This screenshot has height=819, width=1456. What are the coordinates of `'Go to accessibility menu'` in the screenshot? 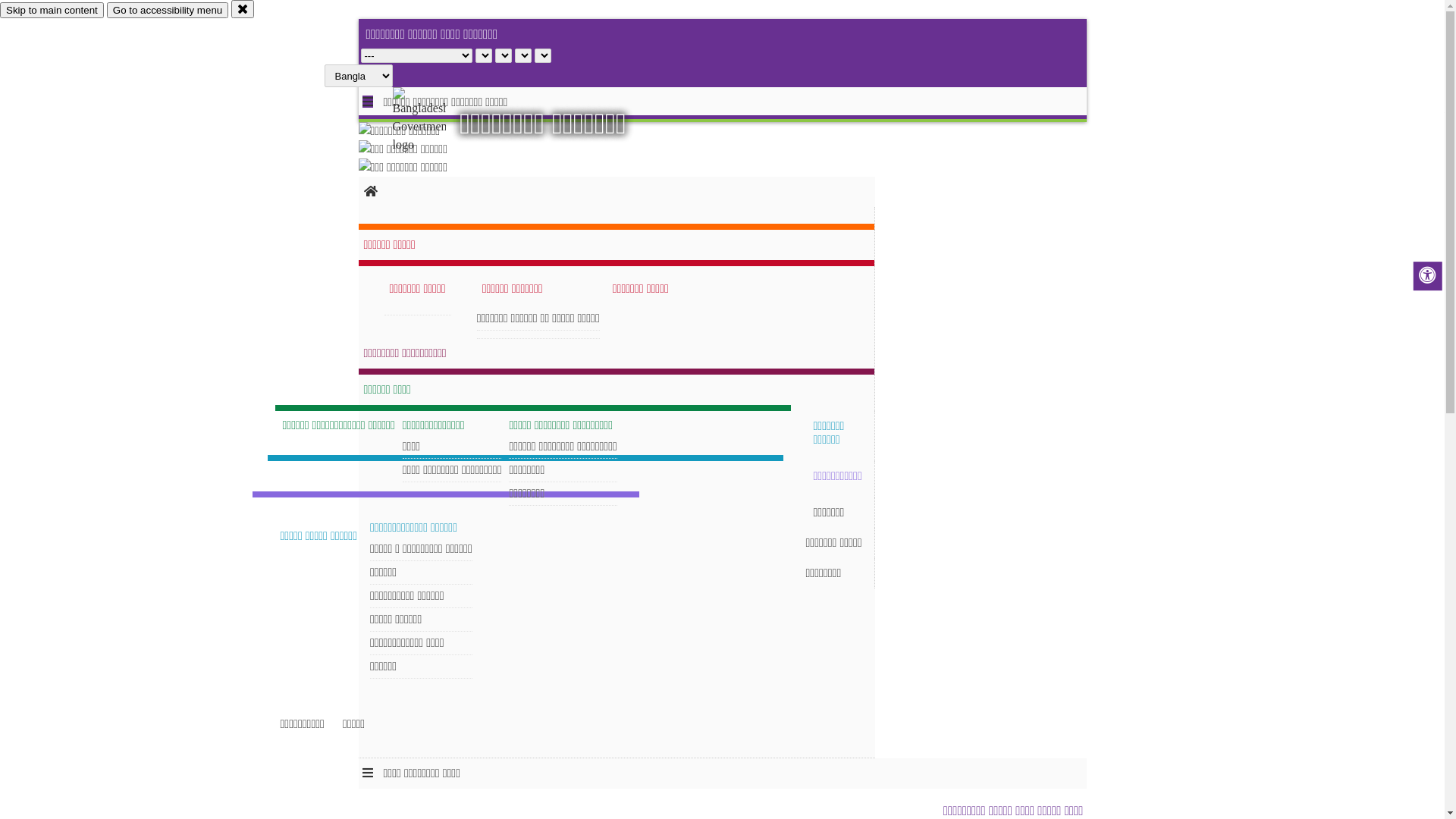 It's located at (167, 10).